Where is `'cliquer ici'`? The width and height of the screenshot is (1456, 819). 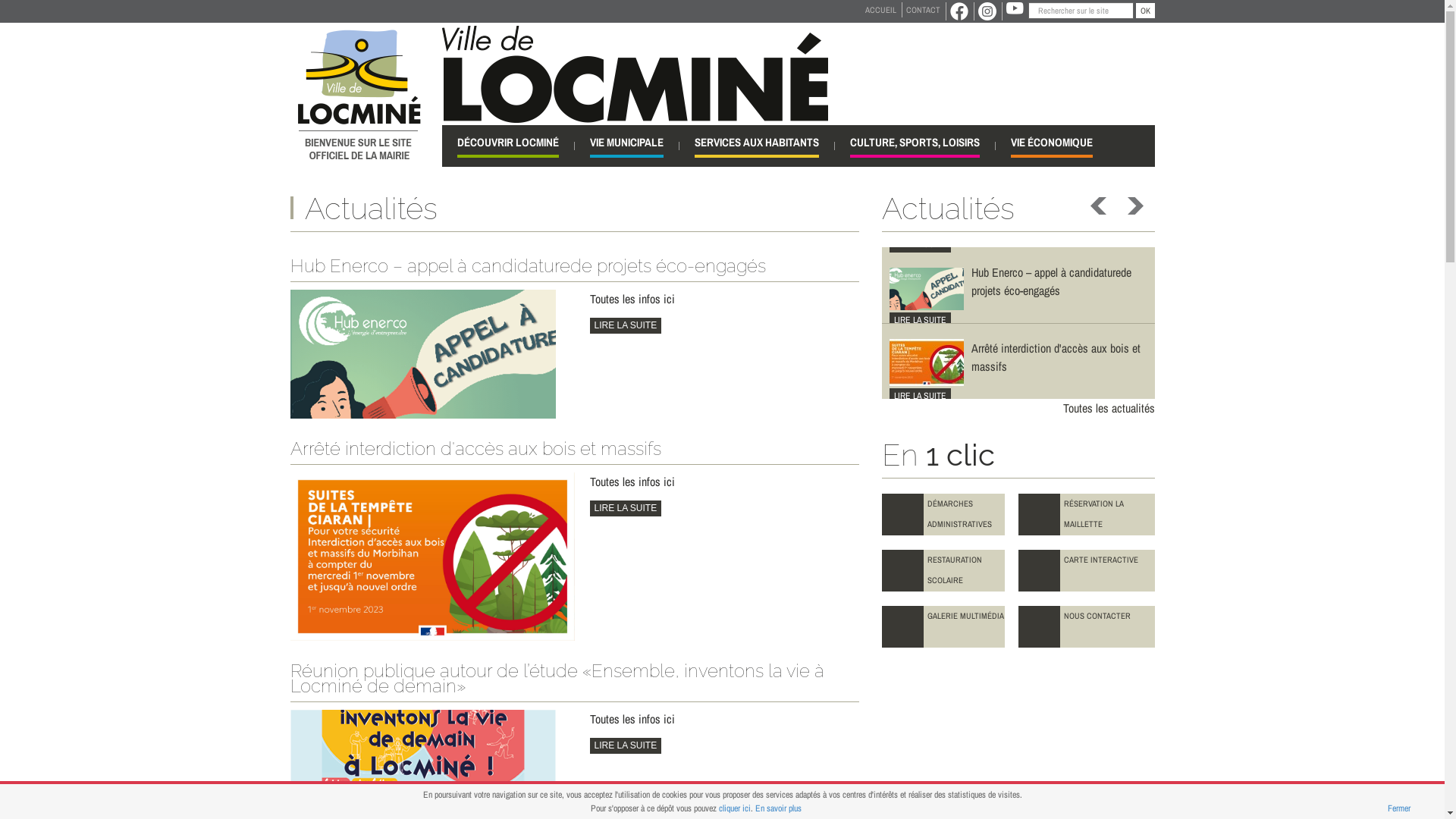
'cliquer ici' is located at coordinates (735, 807).